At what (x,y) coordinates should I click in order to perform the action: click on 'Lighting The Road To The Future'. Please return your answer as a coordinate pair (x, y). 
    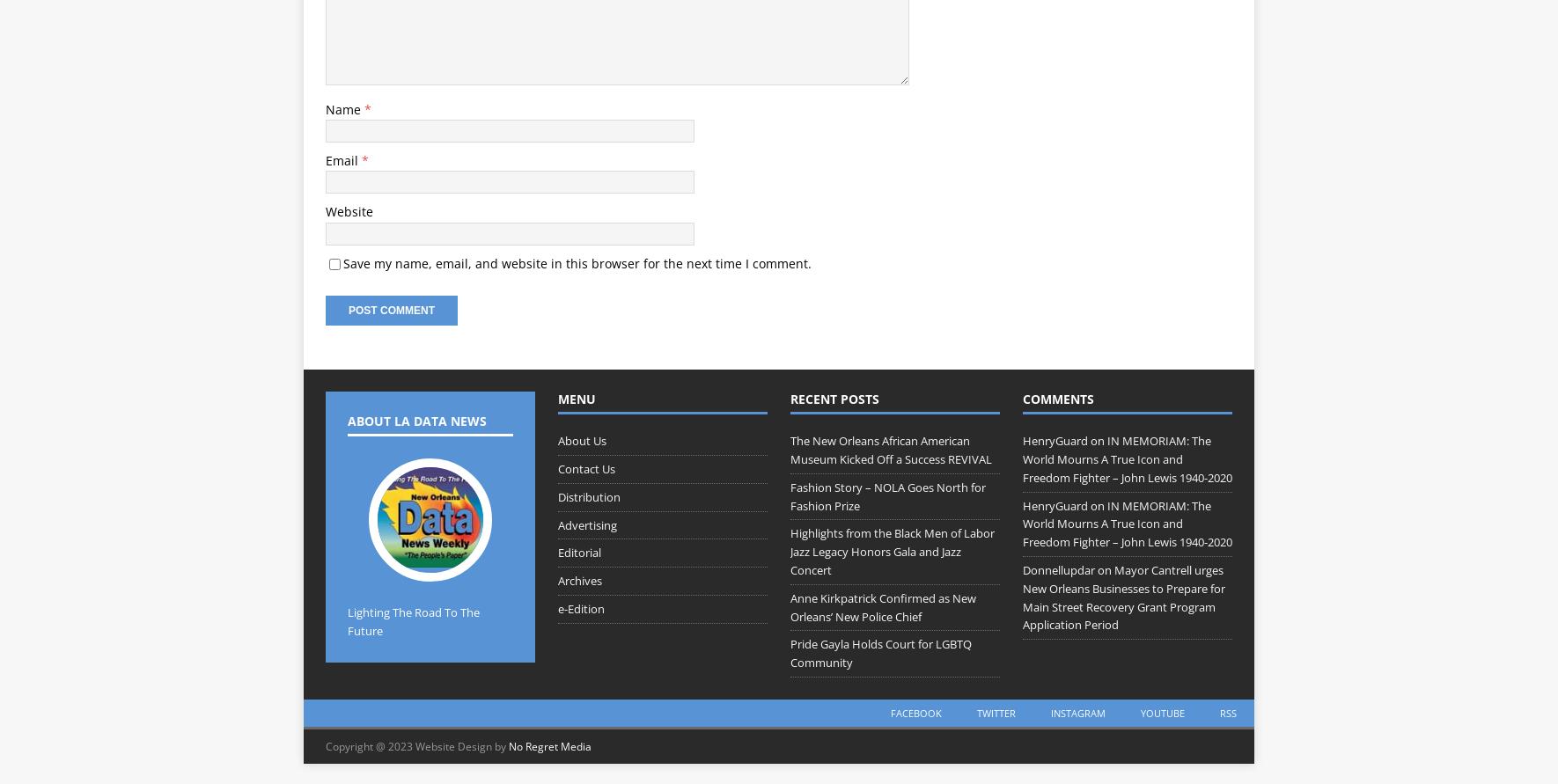
    Looking at the image, I should click on (413, 620).